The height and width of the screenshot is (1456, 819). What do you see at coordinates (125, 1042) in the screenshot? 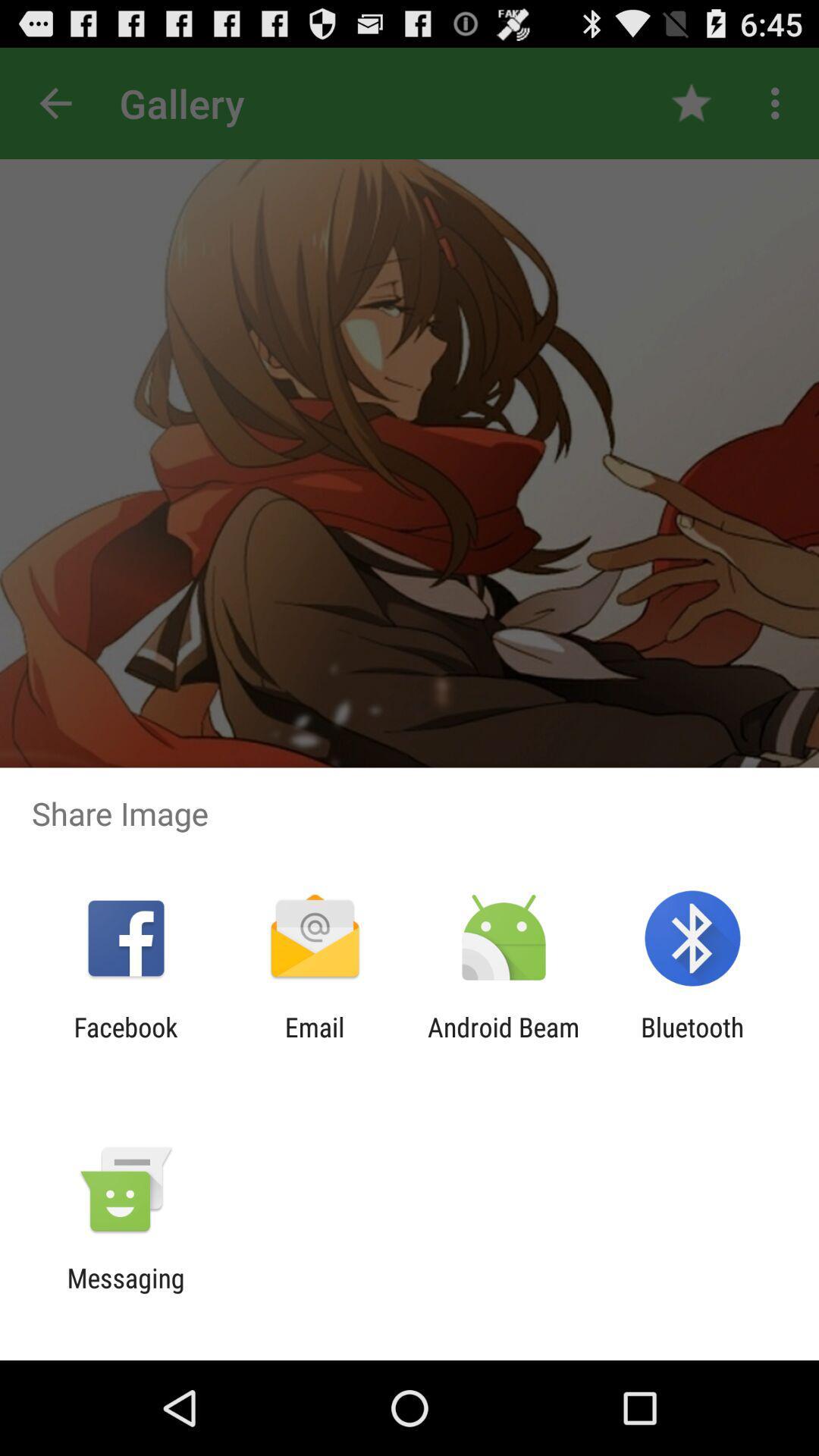
I see `icon next to email icon` at bounding box center [125, 1042].